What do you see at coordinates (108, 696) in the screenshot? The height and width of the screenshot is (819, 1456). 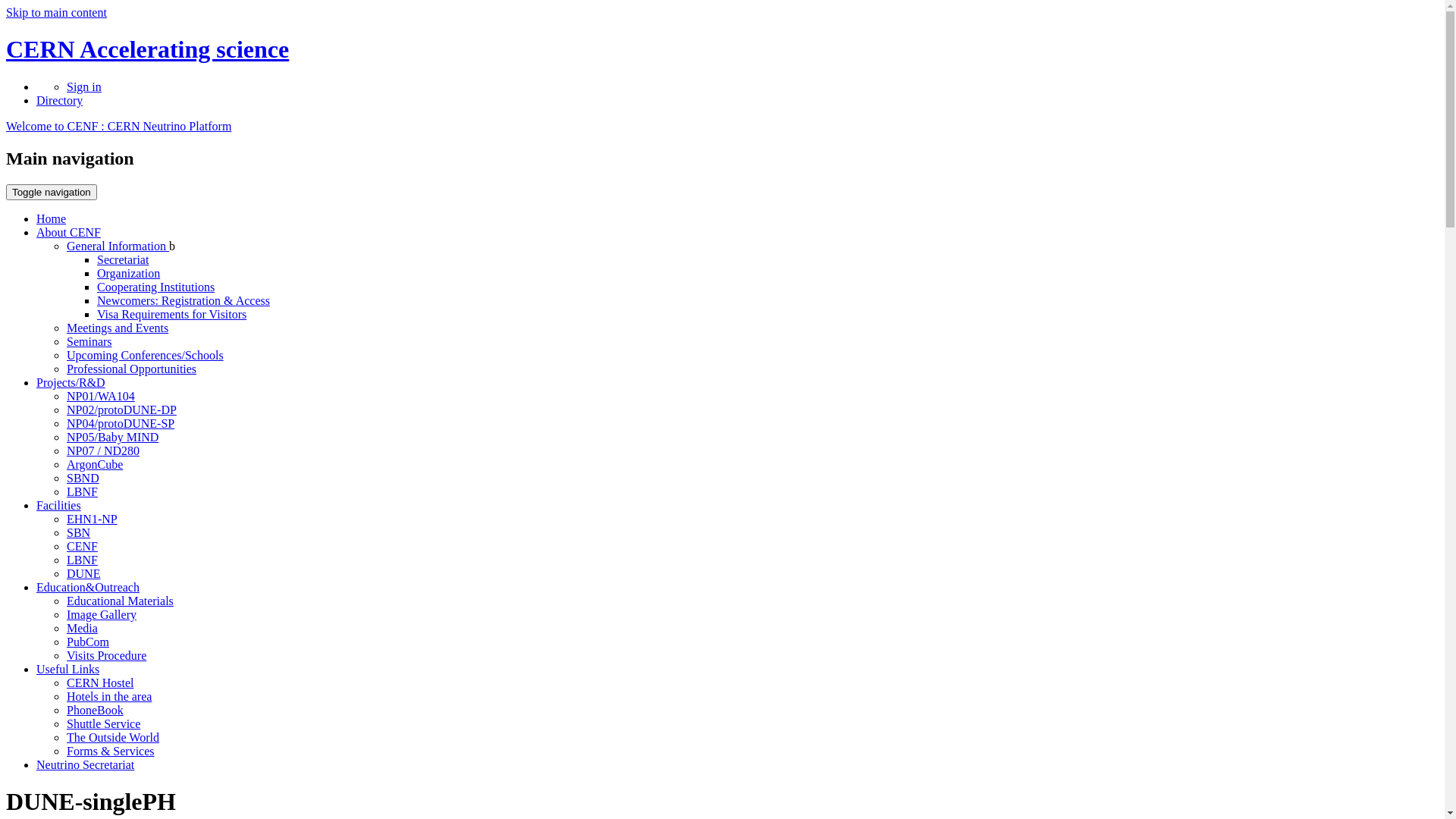 I see `'Hotels in the area'` at bounding box center [108, 696].